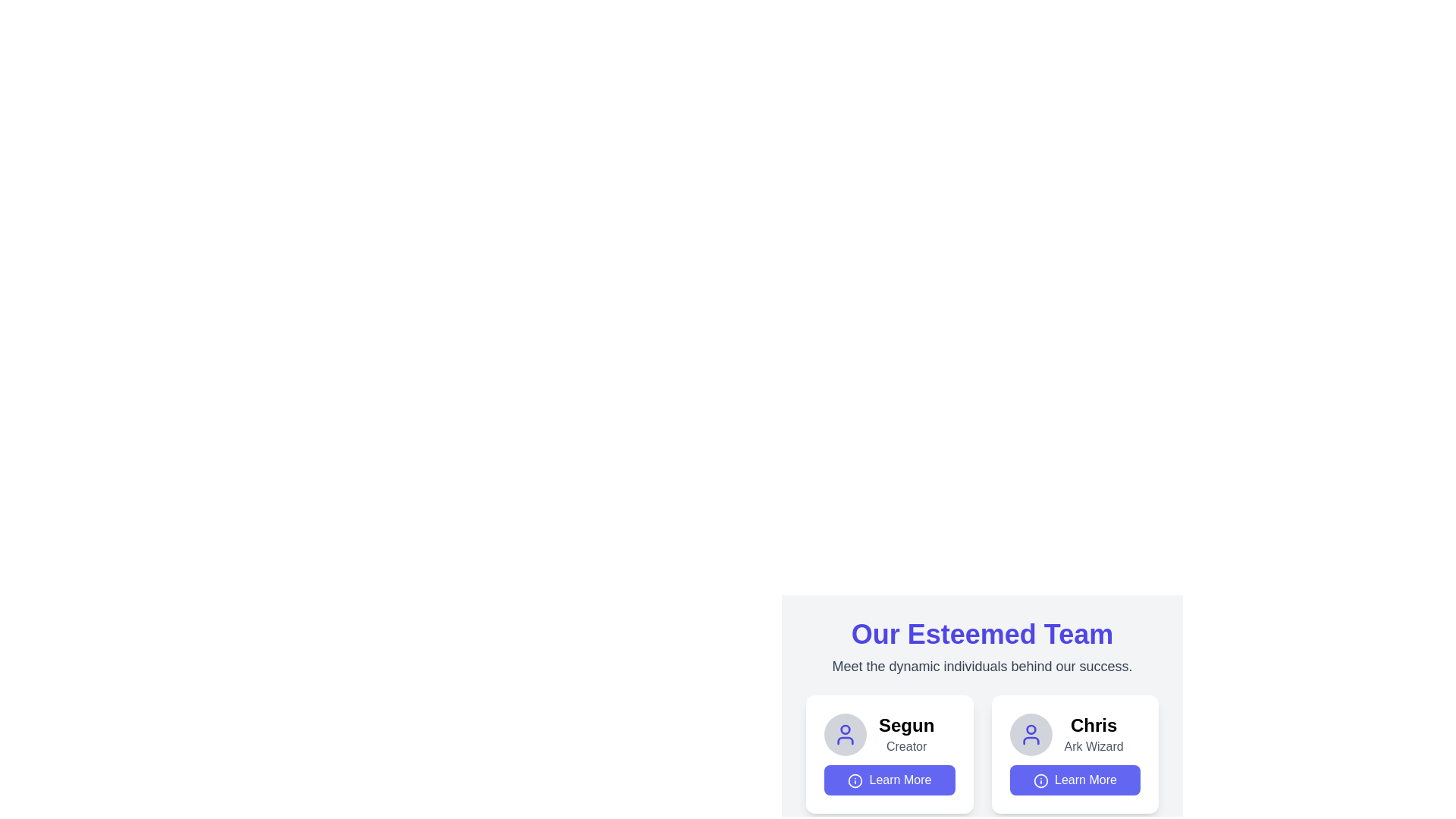  What do you see at coordinates (855, 780) in the screenshot?
I see `SVG Circle Element, which is a thin, stroked circle without a fill, located next to the 'Learn More' button under the profile section of 'Chris', by opening the developer tools` at bounding box center [855, 780].